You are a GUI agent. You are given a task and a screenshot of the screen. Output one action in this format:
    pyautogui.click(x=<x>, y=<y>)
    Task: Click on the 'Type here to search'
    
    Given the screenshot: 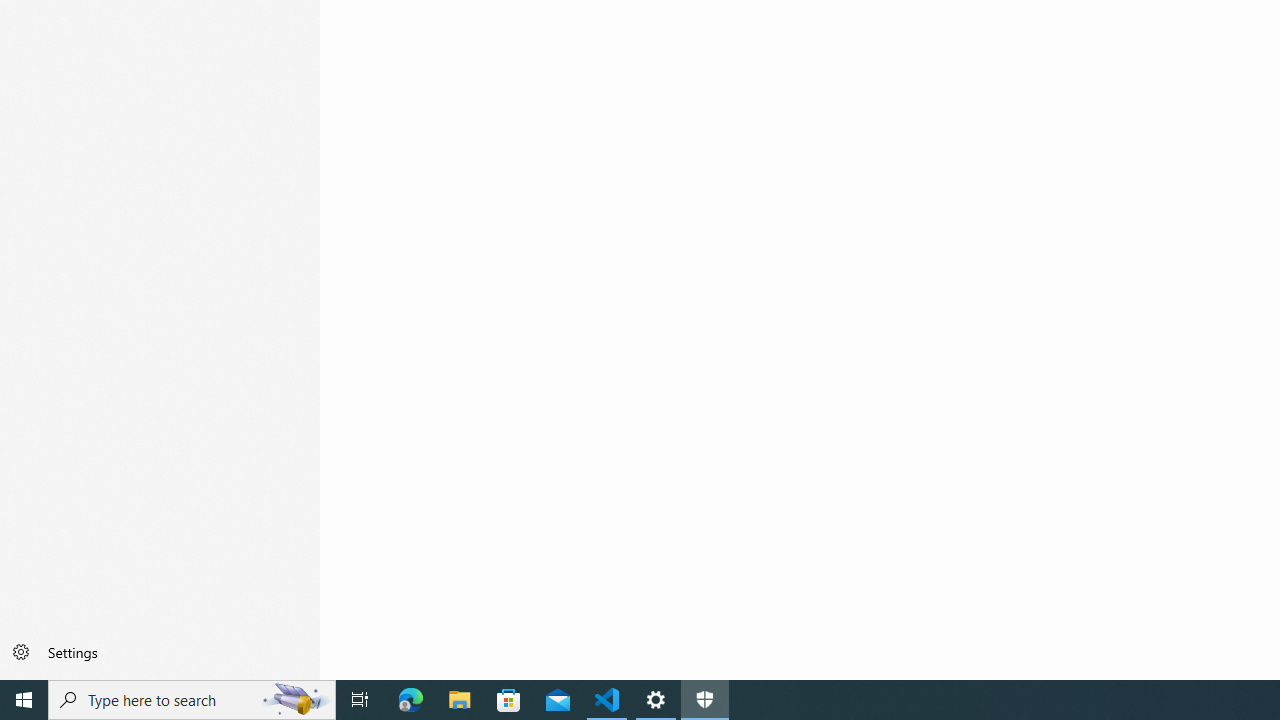 What is the action you would take?
    pyautogui.click(x=192, y=698)
    